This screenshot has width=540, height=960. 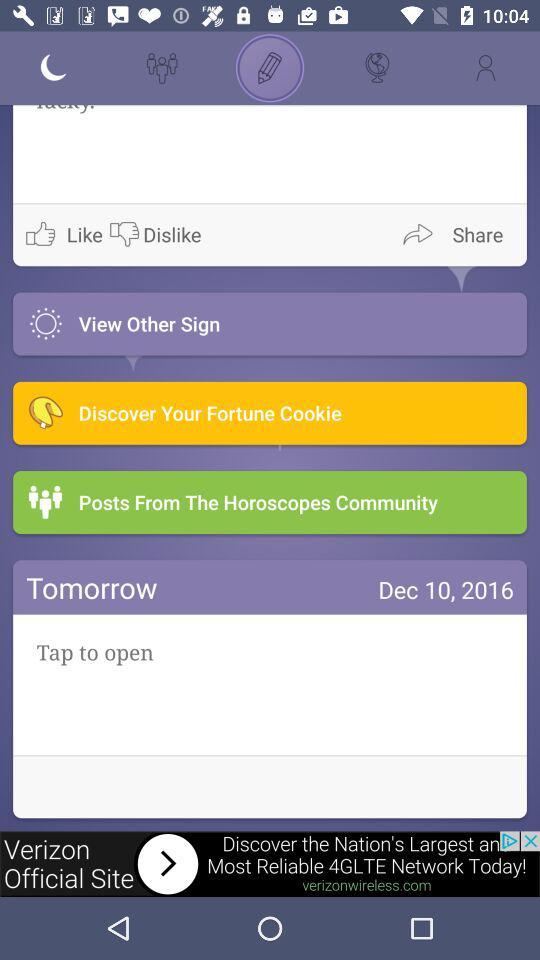 I want to click on edit, so click(x=270, y=68).